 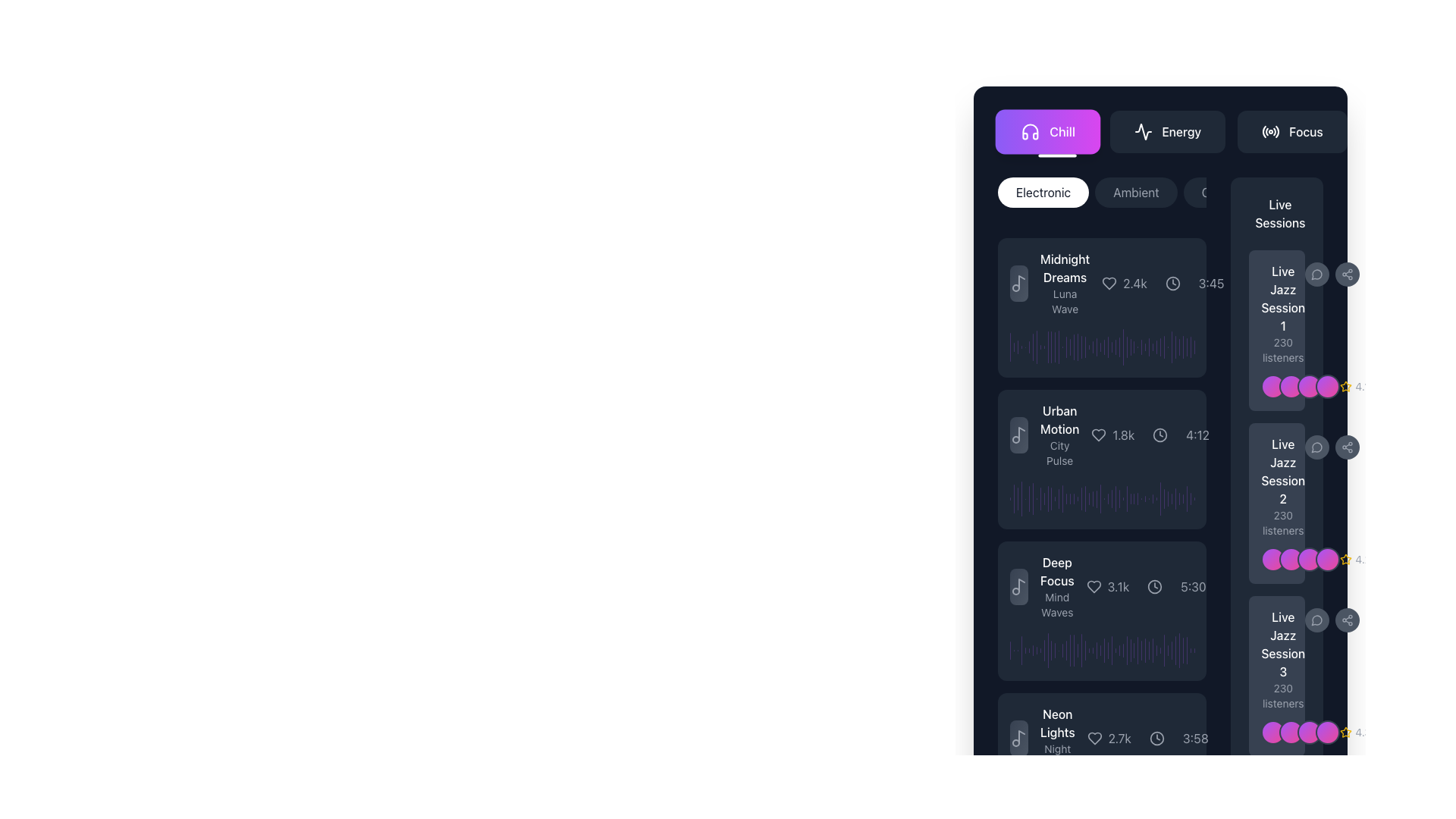 I want to click on the second circular icon with a gradient color transitioning from purple to pink, which is part of a group of similar icons located near the right side of the interface, adjacent to the 'Live Jazz Session' section, so click(x=1291, y=731).